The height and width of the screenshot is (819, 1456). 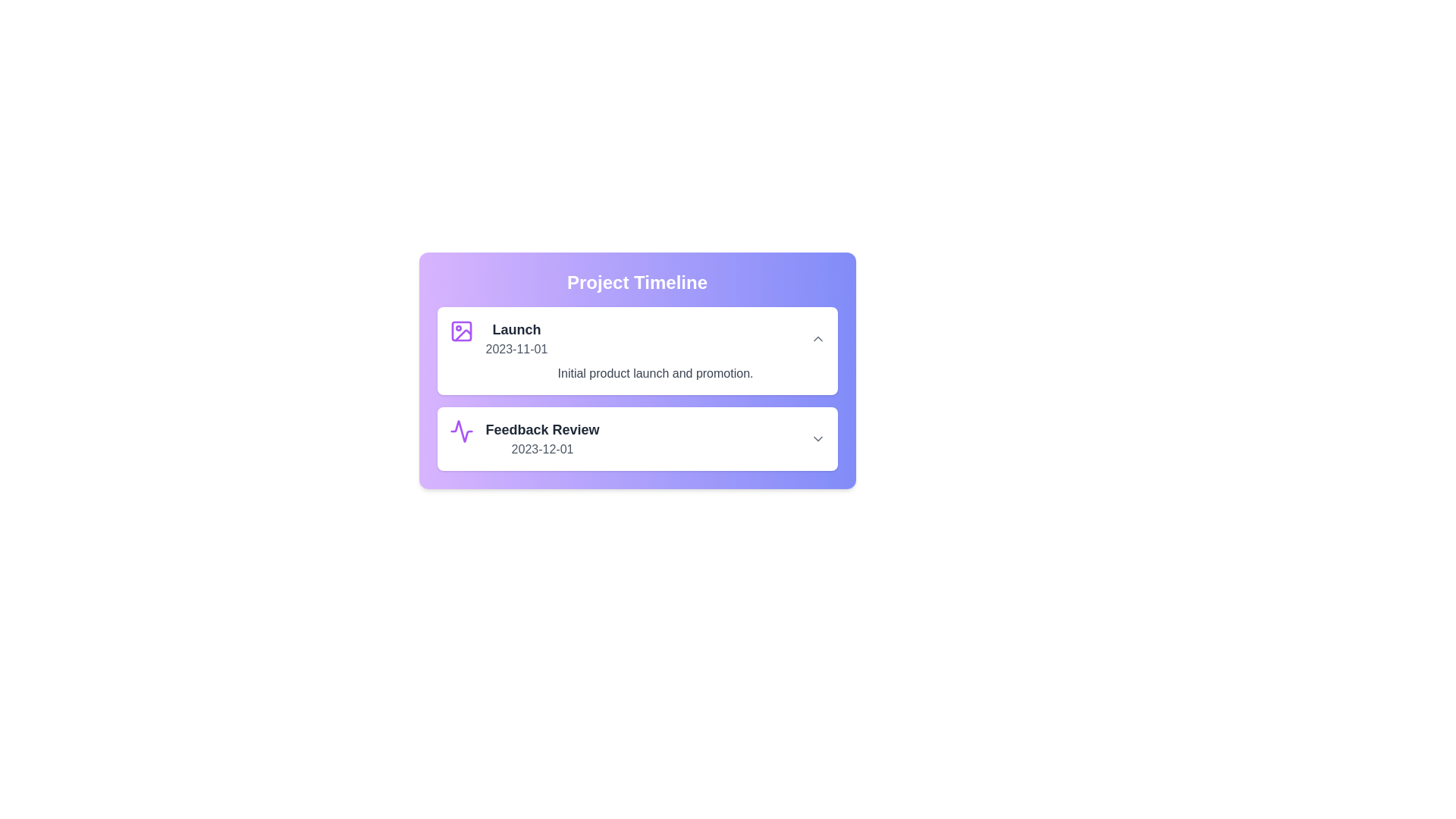 What do you see at coordinates (817, 438) in the screenshot?
I see `the Chevron icon dropdown toggle located on the far-right side of the 'Feedback Review' line item in the 'Project Timeline' section` at bounding box center [817, 438].